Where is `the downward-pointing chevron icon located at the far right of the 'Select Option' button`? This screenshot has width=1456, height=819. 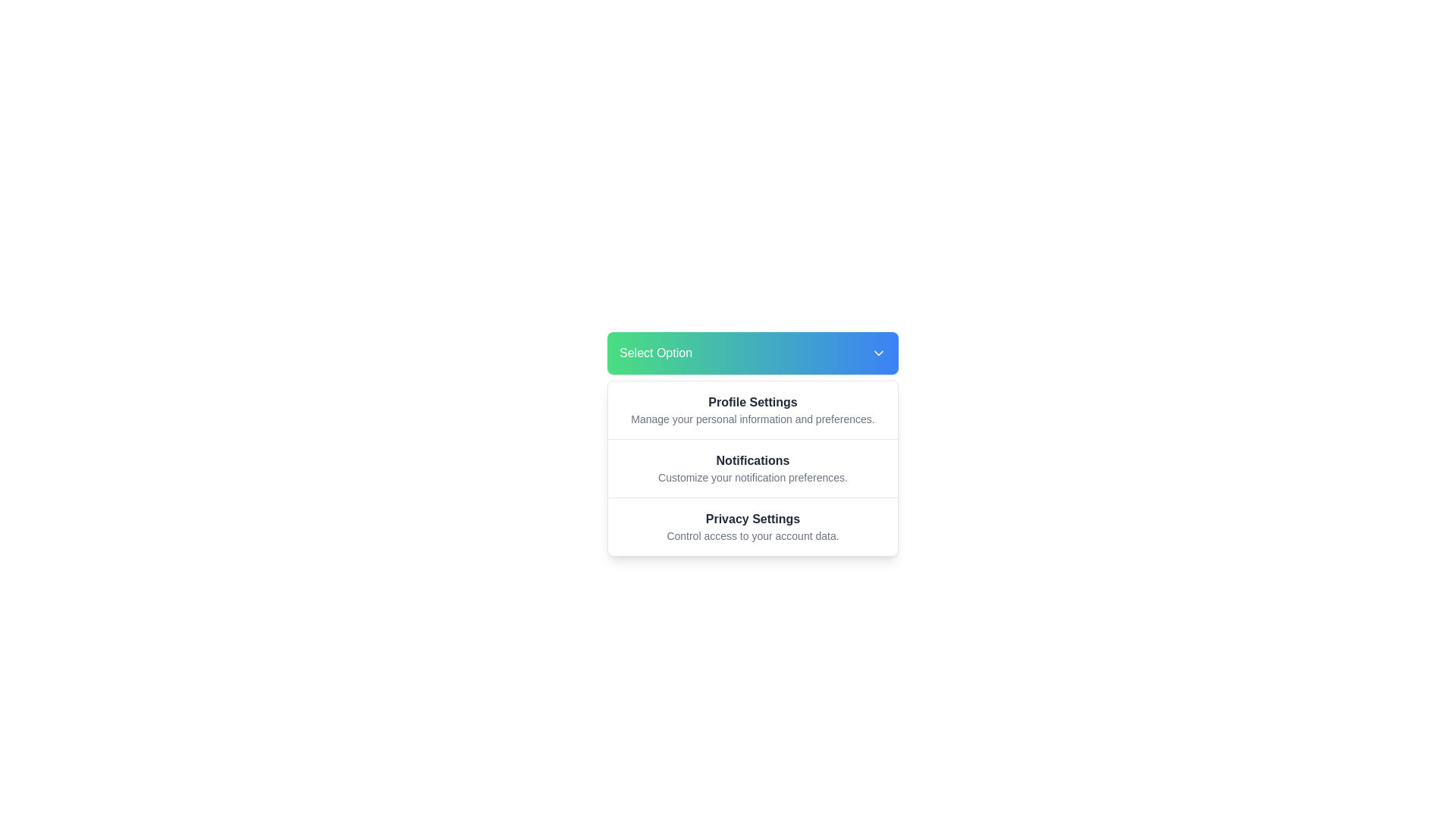
the downward-pointing chevron icon located at the far right of the 'Select Option' button is located at coordinates (878, 353).